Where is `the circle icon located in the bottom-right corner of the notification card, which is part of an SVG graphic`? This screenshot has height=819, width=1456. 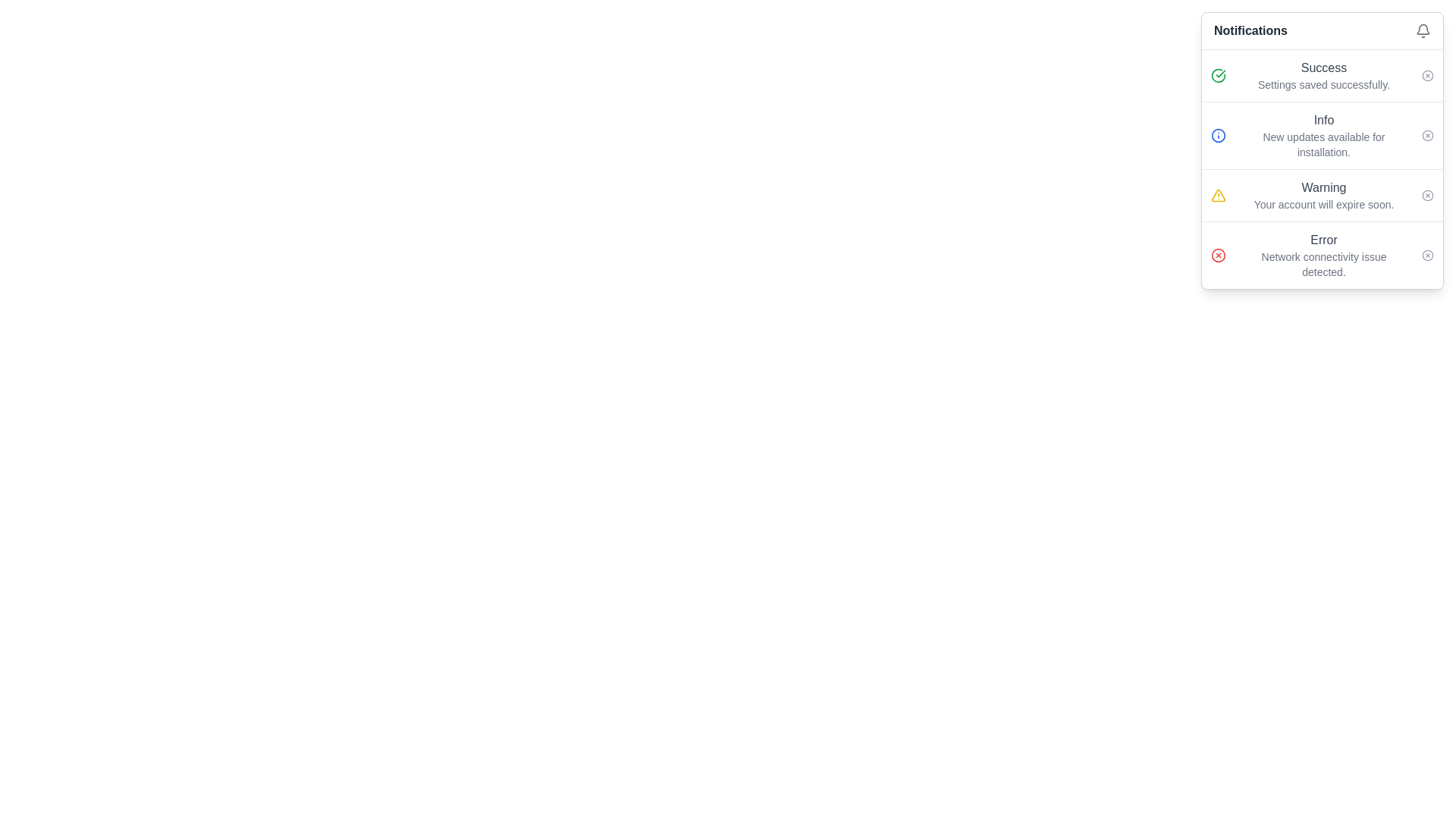
the circle icon located in the bottom-right corner of the notification card, which is part of an SVG graphic is located at coordinates (1426, 254).